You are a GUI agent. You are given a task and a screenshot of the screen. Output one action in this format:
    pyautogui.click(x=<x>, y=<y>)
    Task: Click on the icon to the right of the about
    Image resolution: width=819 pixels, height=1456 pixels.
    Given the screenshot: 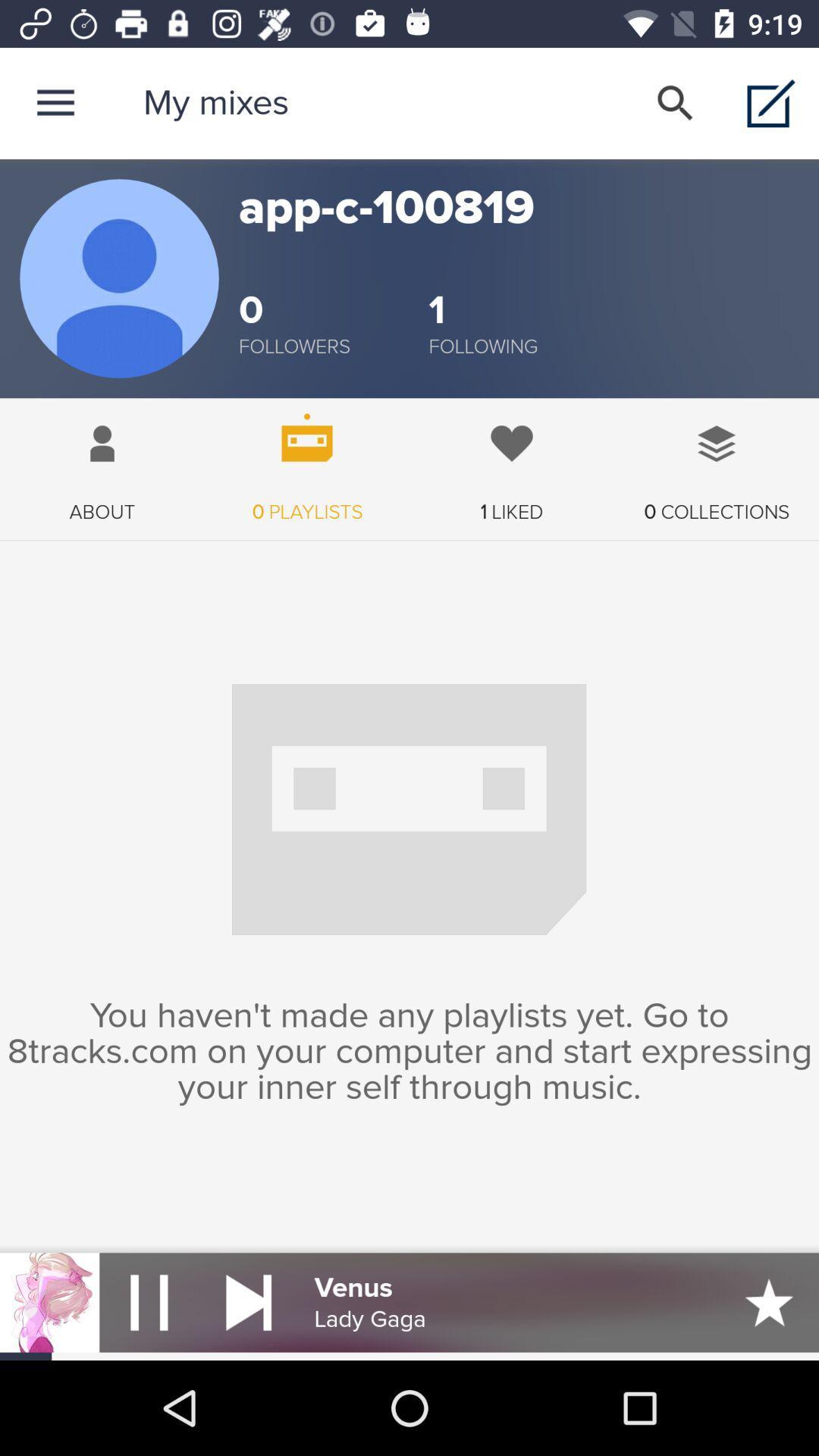 What is the action you would take?
    pyautogui.click(x=307, y=460)
    